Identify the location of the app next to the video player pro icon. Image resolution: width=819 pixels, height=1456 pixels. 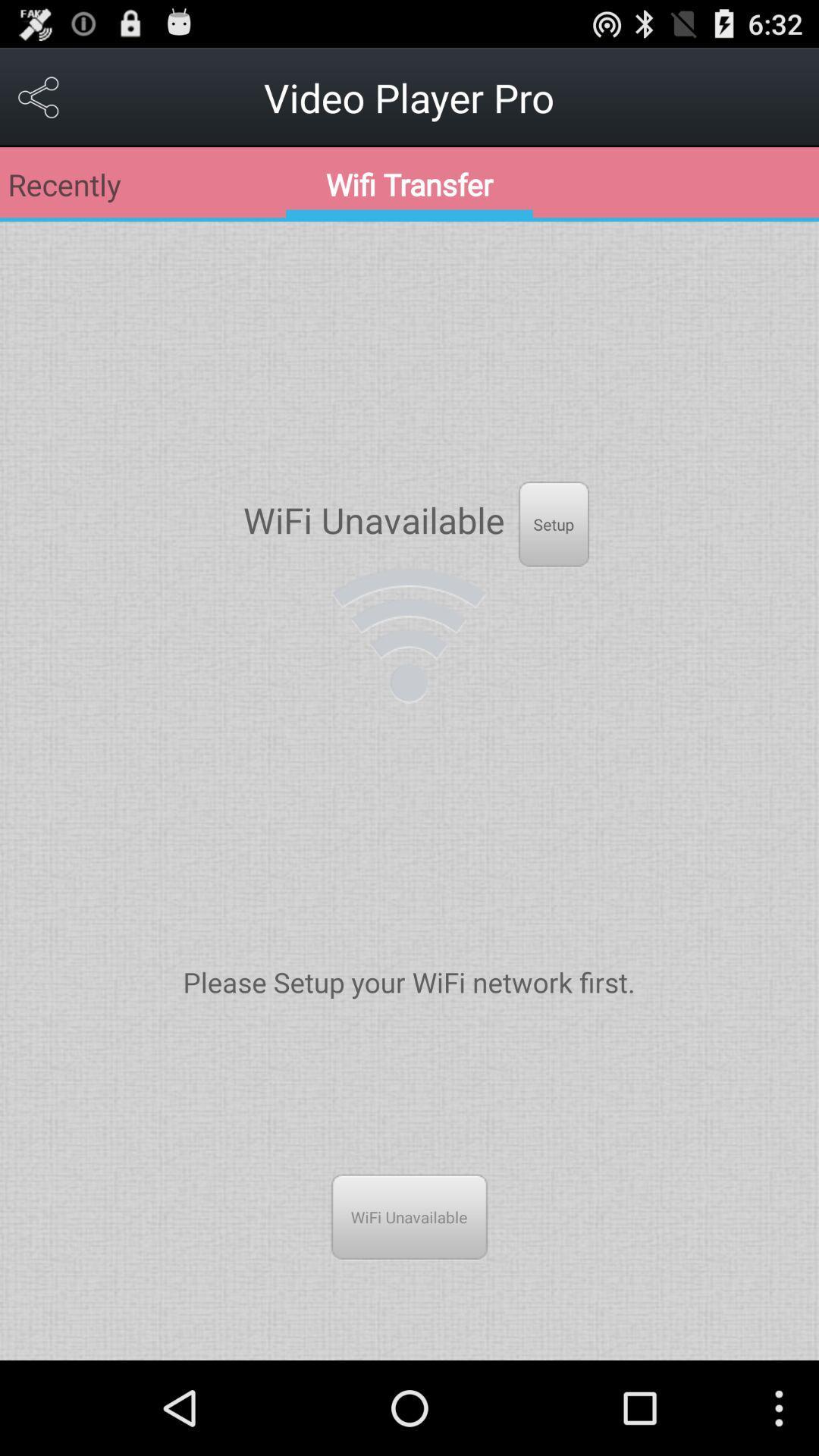
(39, 96).